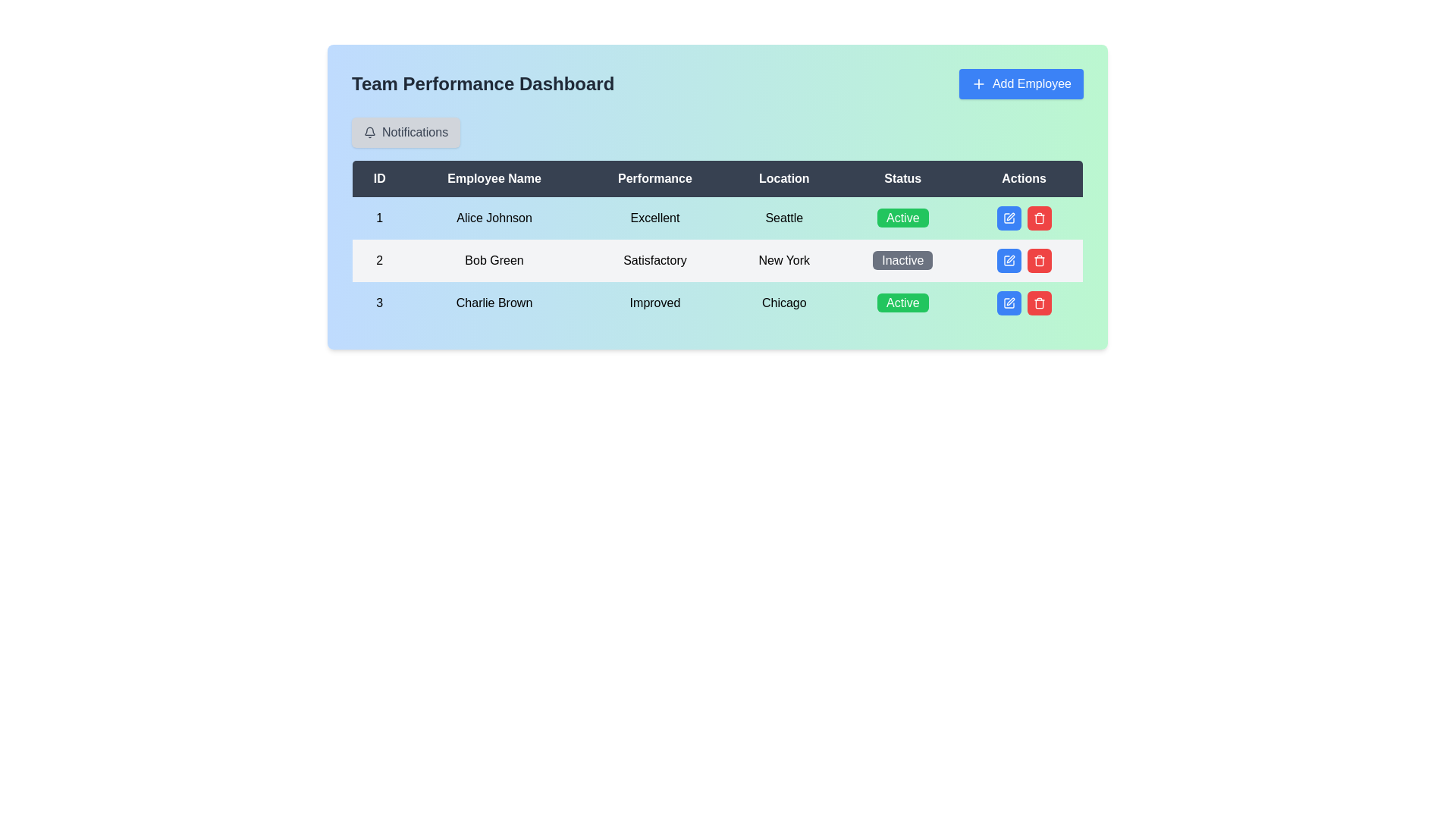  What do you see at coordinates (1010, 259) in the screenshot?
I see `the edit icon (a small vector graphic resembling a pen) located in the 'Actions' column for the row corresponding to 'Bob Green'` at bounding box center [1010, 259].